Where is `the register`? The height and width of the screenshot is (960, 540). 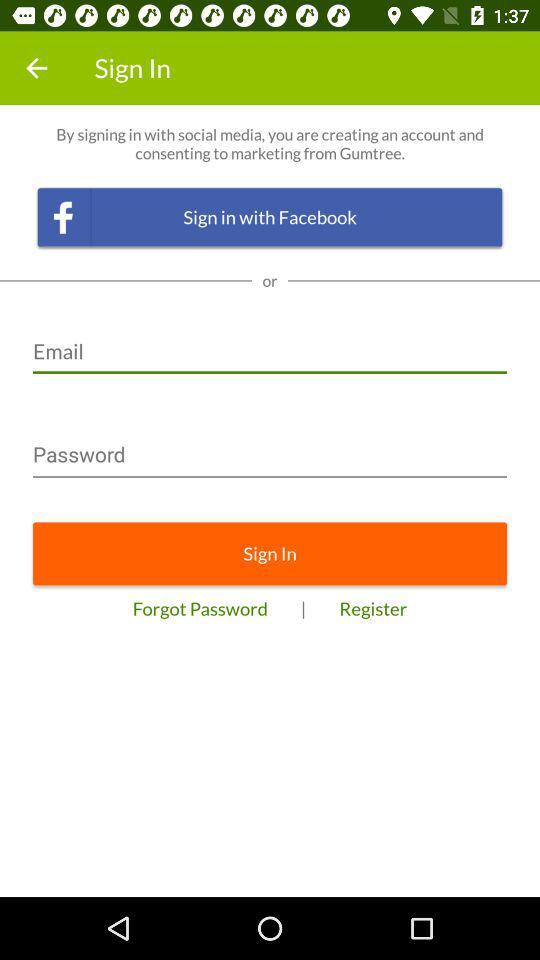 the register is located at coordinates (373, 607).